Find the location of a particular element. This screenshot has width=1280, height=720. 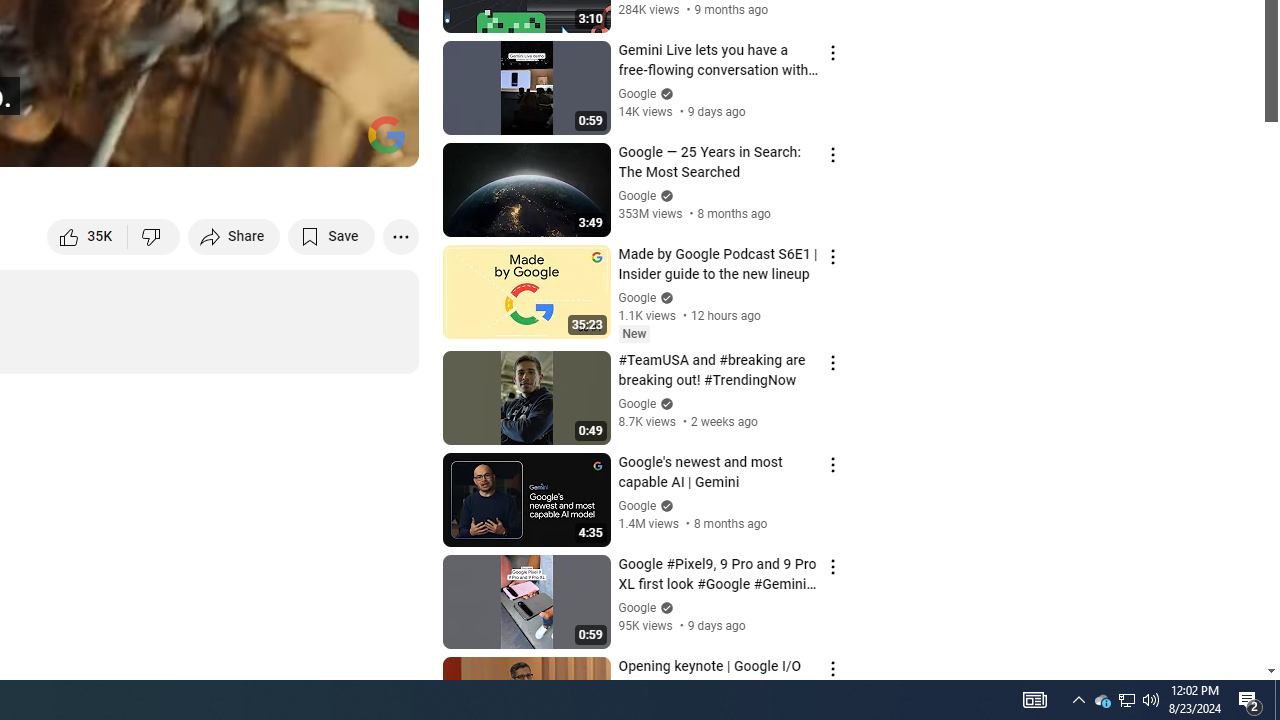

'Theater mode (t)' is located at coordinates (334, 141).